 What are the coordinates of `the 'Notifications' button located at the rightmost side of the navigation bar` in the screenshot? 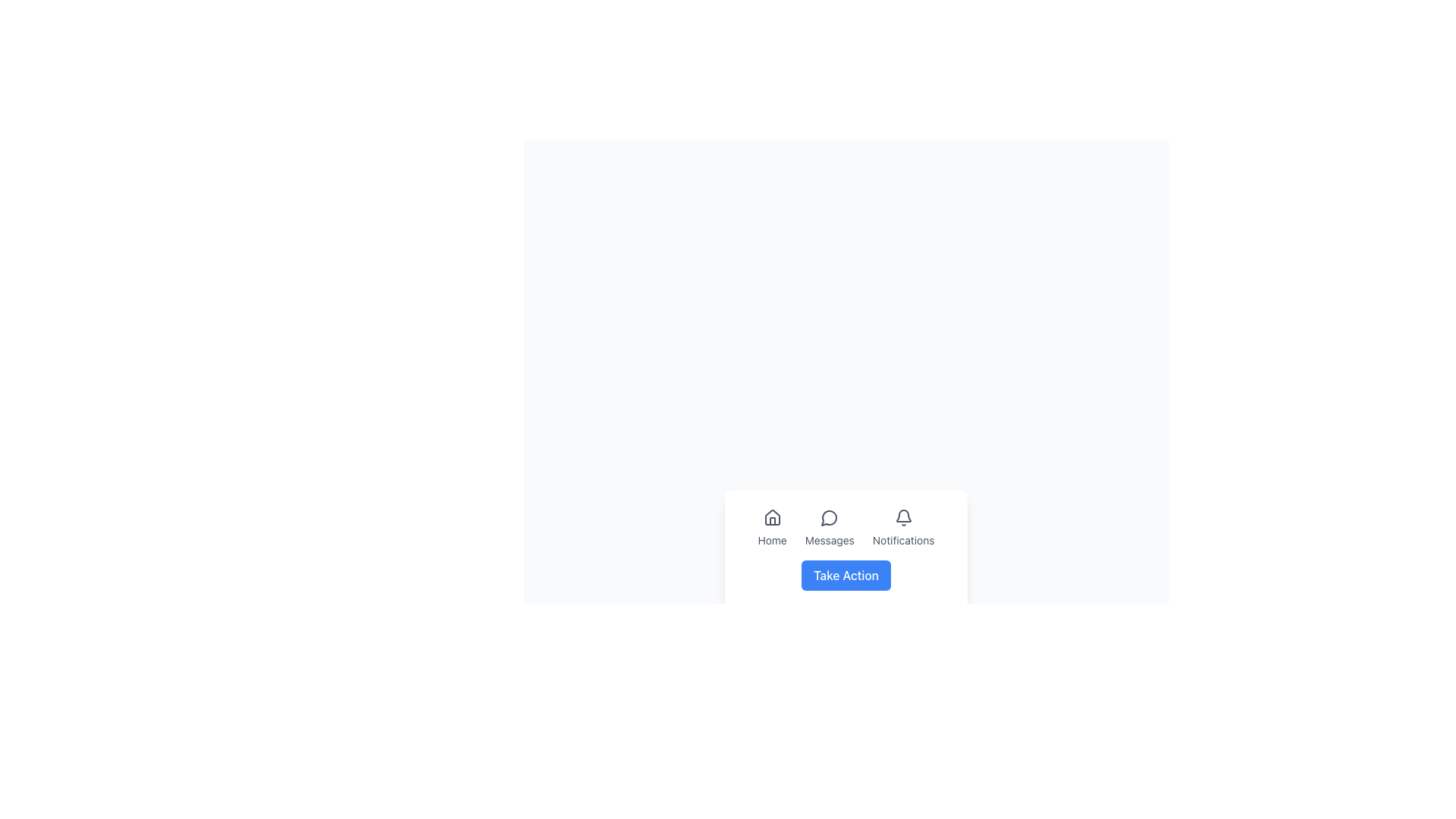 It's located at (903, 528).